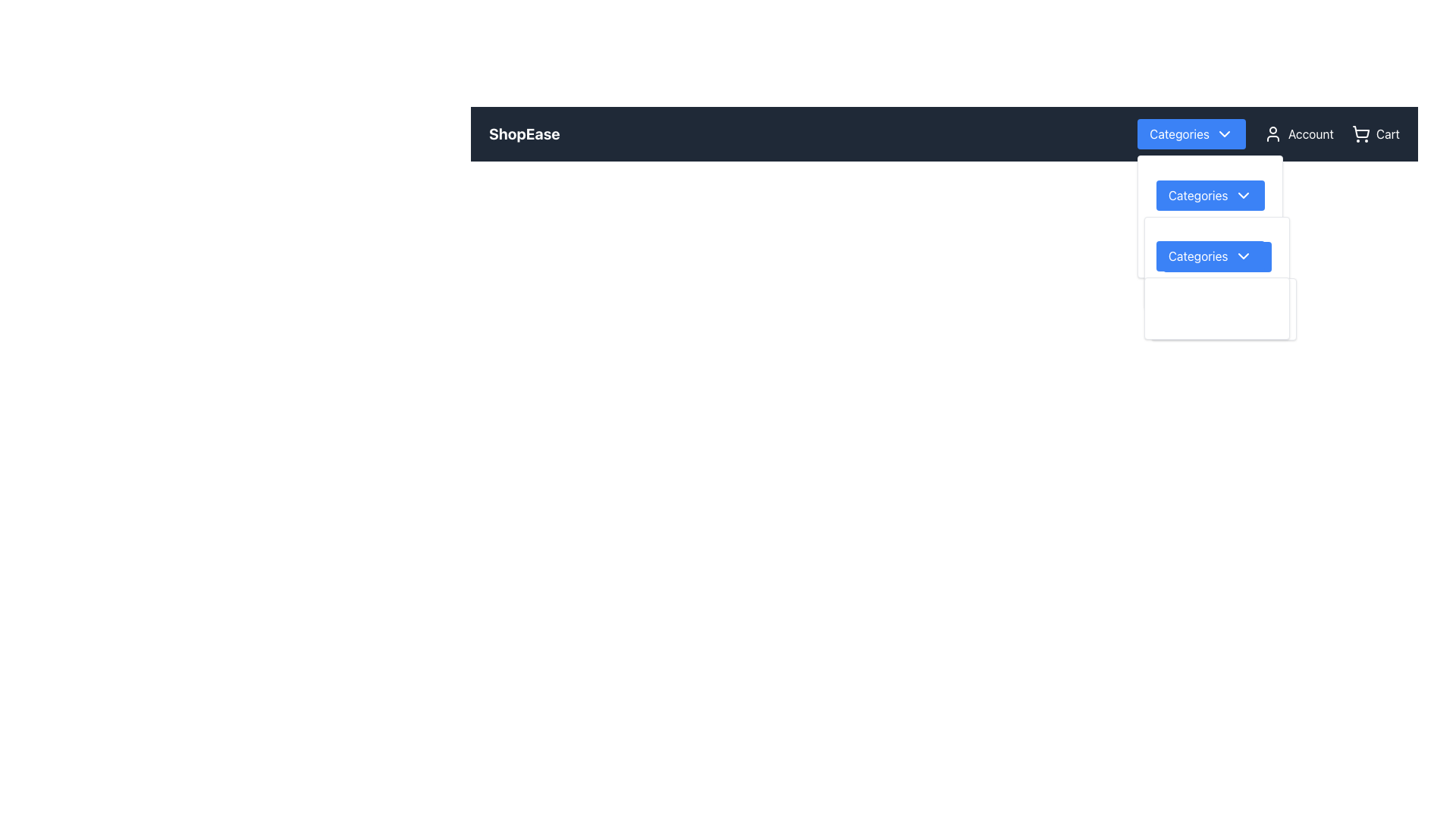  I want to click on the second 'Categories' button with a blue background and white text in the dropdown menu, so click(1210, 195).